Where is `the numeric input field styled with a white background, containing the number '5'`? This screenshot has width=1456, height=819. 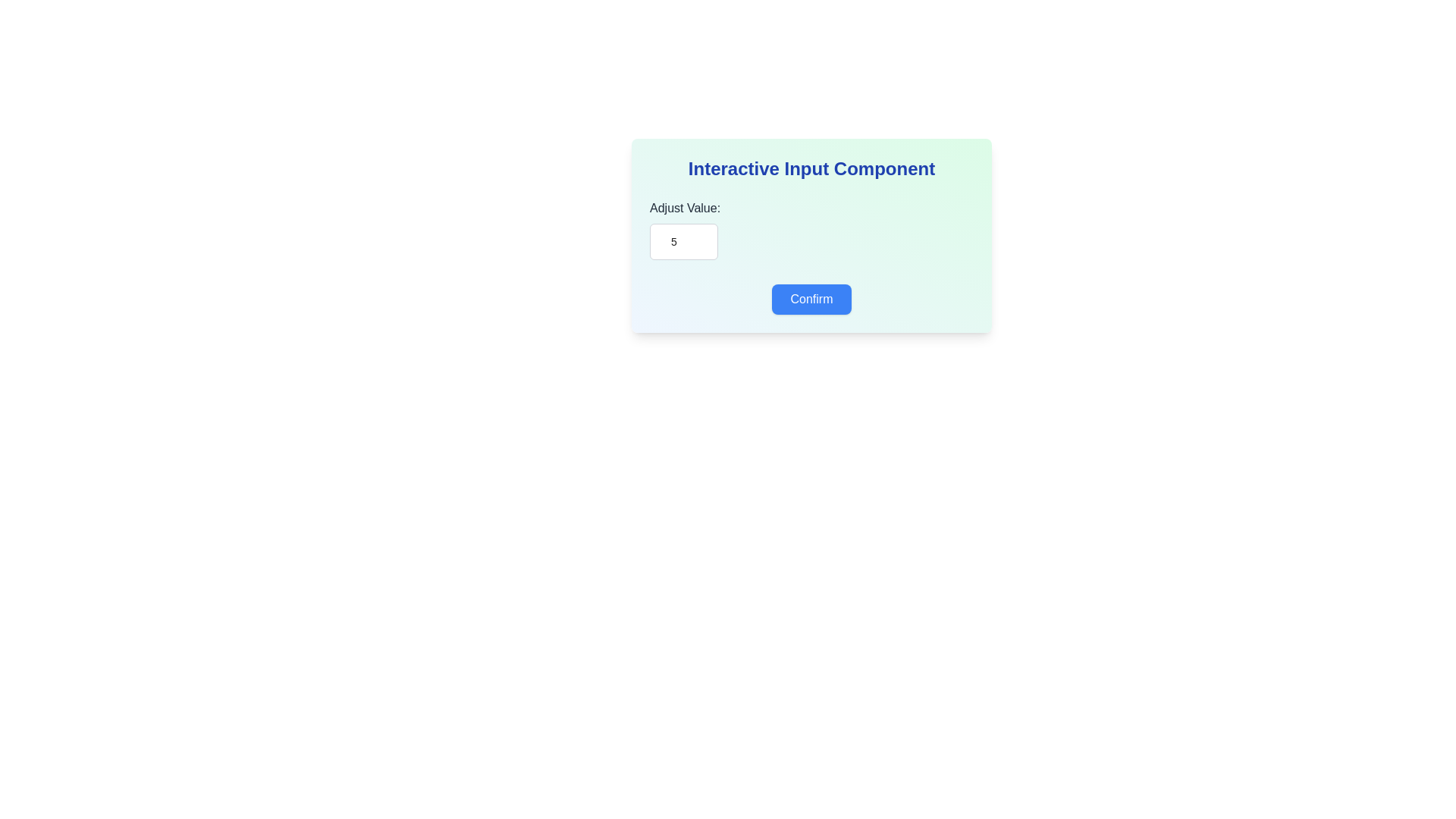
the numeric input field styled with a white background, containing the number '5' is located at coordinates (683, 241).